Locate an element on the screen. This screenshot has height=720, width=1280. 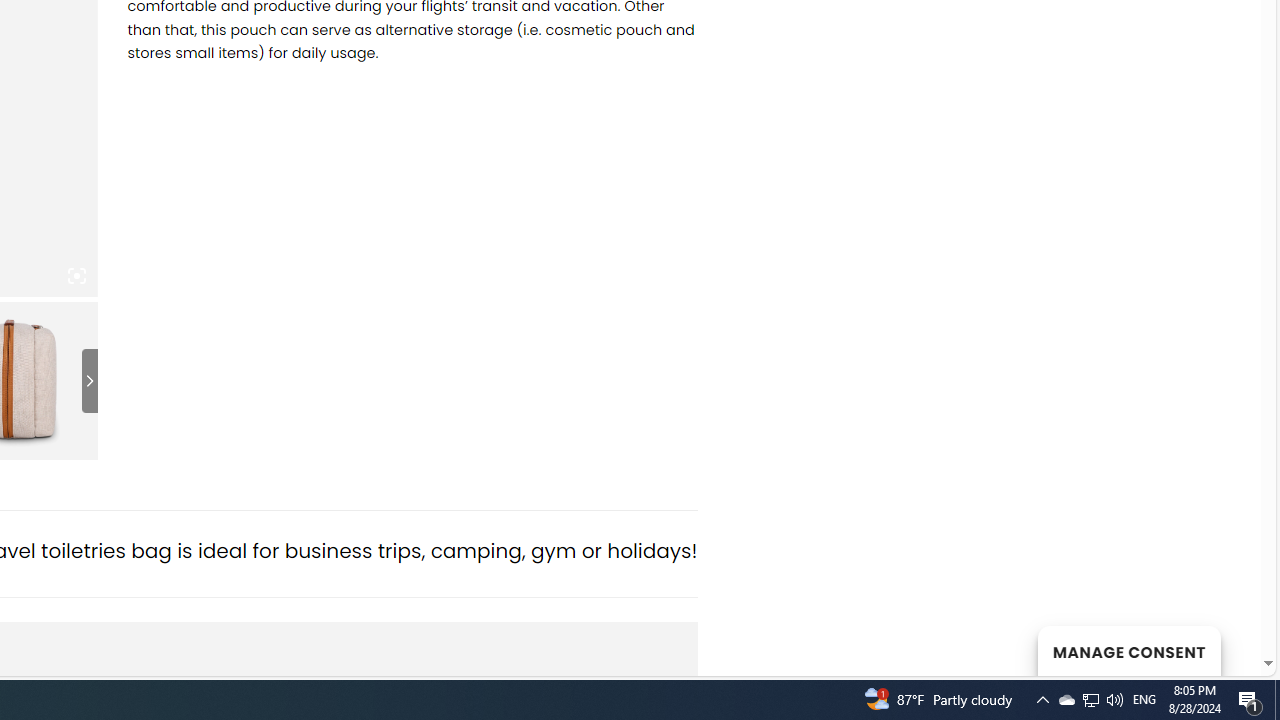
'Class: iconic-woothumbs-fullscreen' is located at coordinates (76, 276).